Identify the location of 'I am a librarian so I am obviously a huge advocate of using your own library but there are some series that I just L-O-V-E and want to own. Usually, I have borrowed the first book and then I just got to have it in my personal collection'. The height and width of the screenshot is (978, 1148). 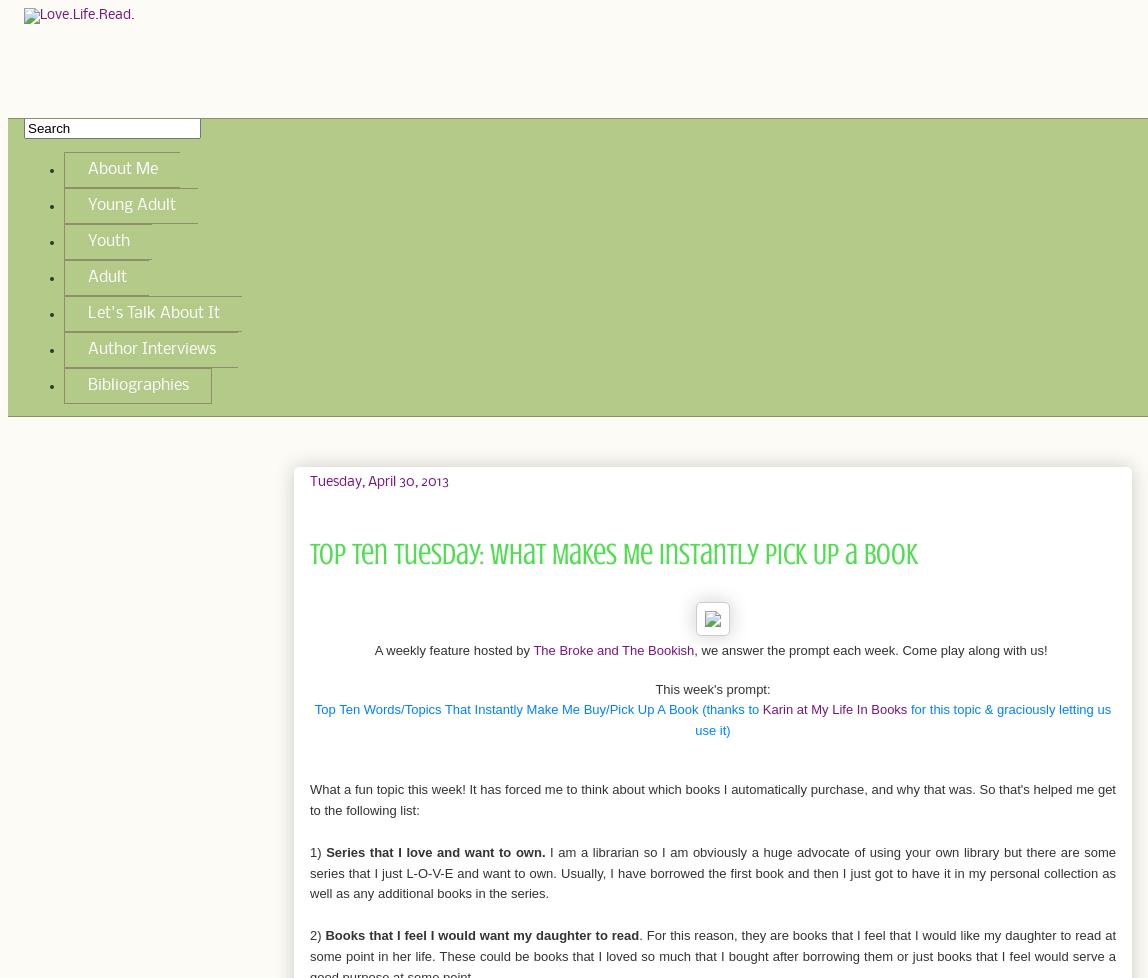
(712, 861).